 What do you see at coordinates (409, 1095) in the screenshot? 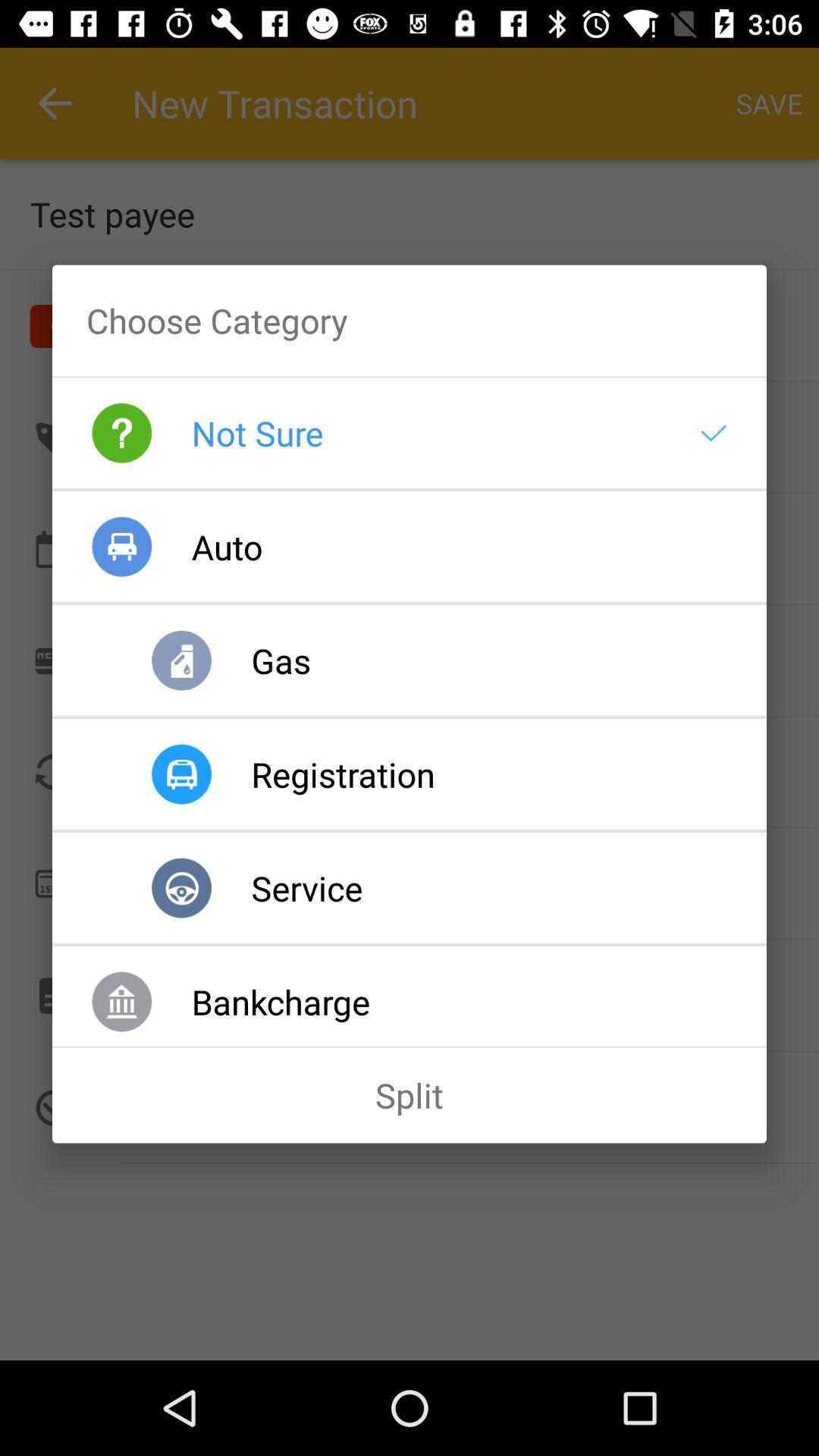
I see `the split` at bounding box center [409, 1095].